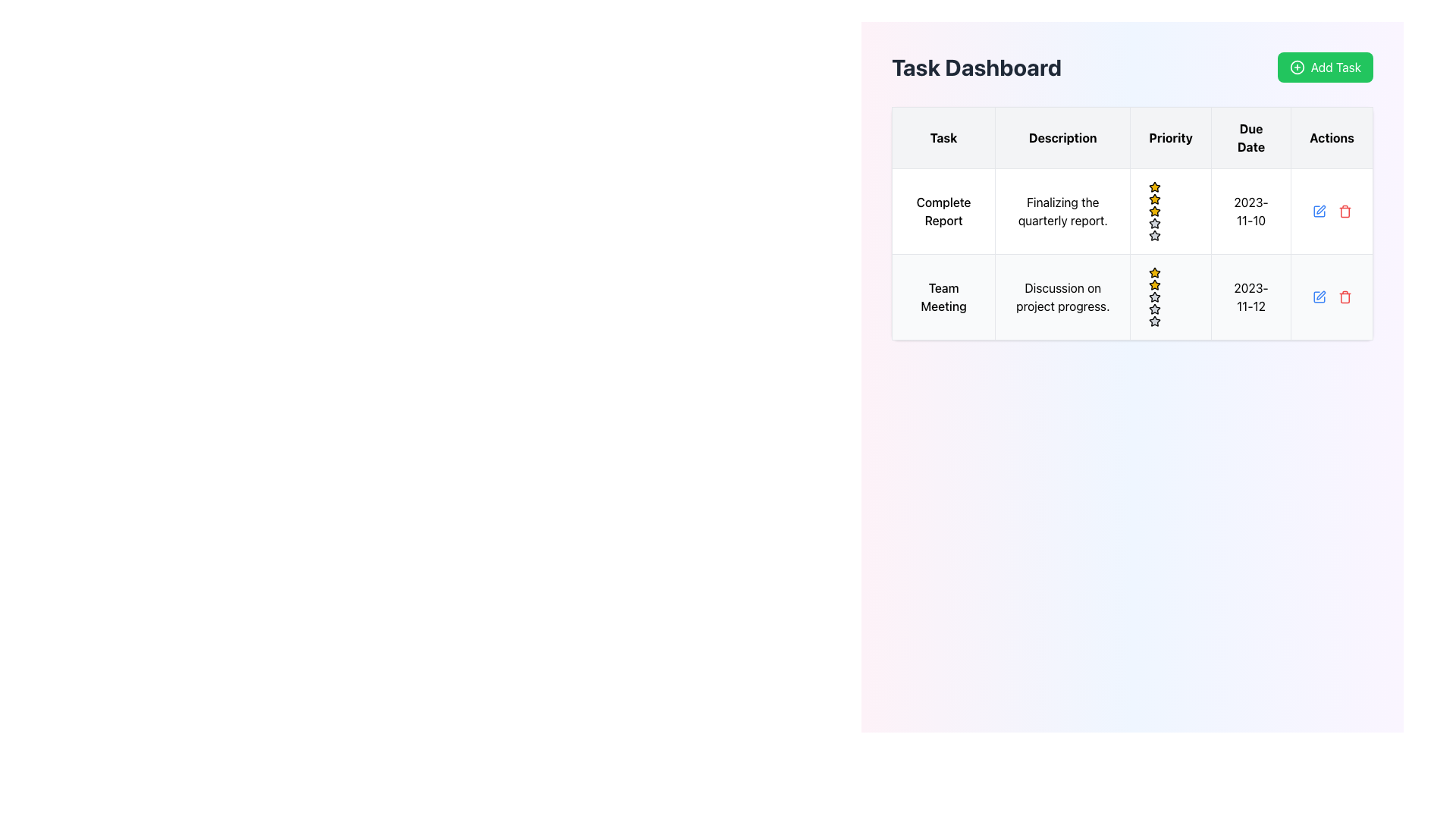 This screenshot has height=819, width=1456. What do you see at coordinates (1154, 186) in the screenshot?
I see `the star icon in the 'Priority' column of the first row for the task 'Complete Report' to interact with it` at bounding box center [1154, 186].